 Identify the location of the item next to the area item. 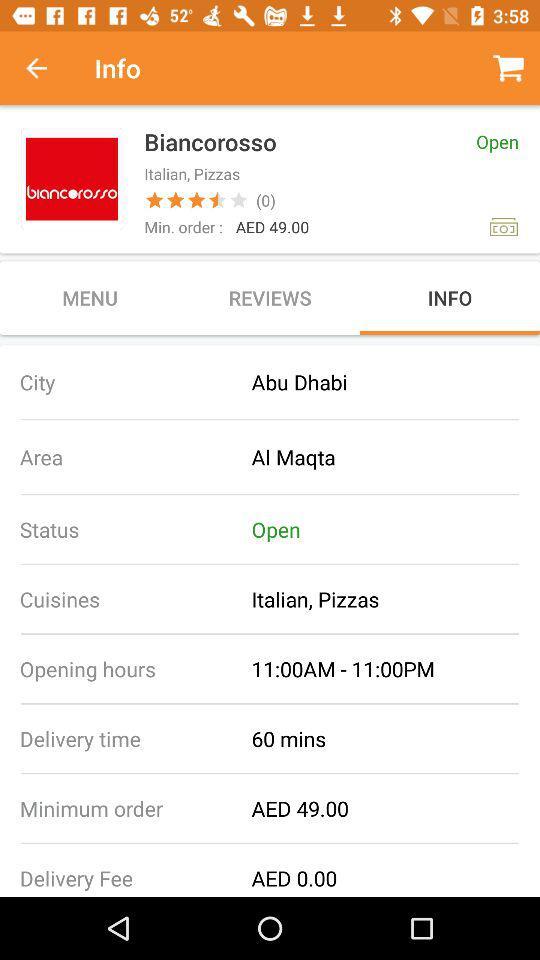
(395, 457).